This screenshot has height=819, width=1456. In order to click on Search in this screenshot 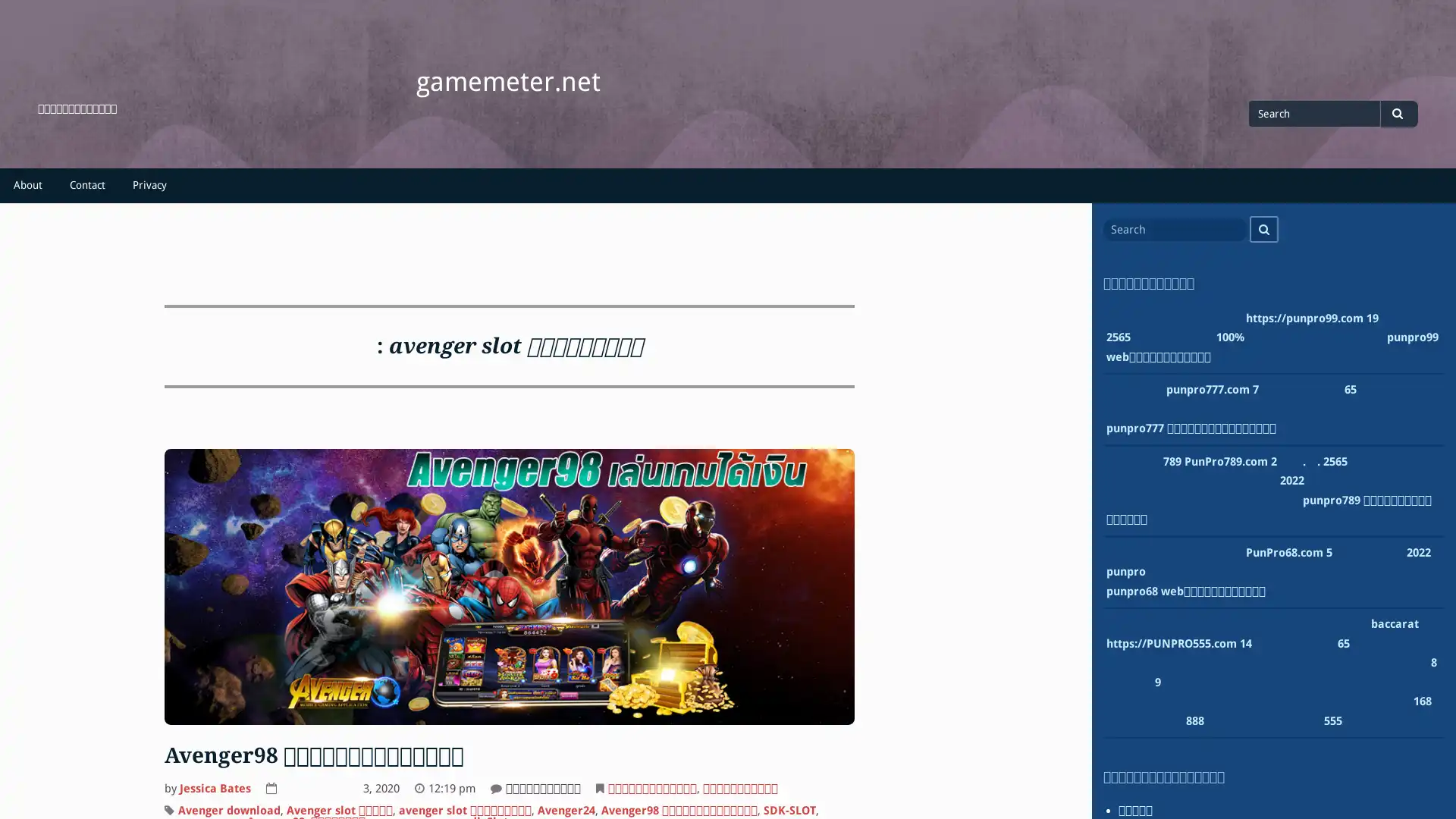, I will do `click(1398, 113)`.